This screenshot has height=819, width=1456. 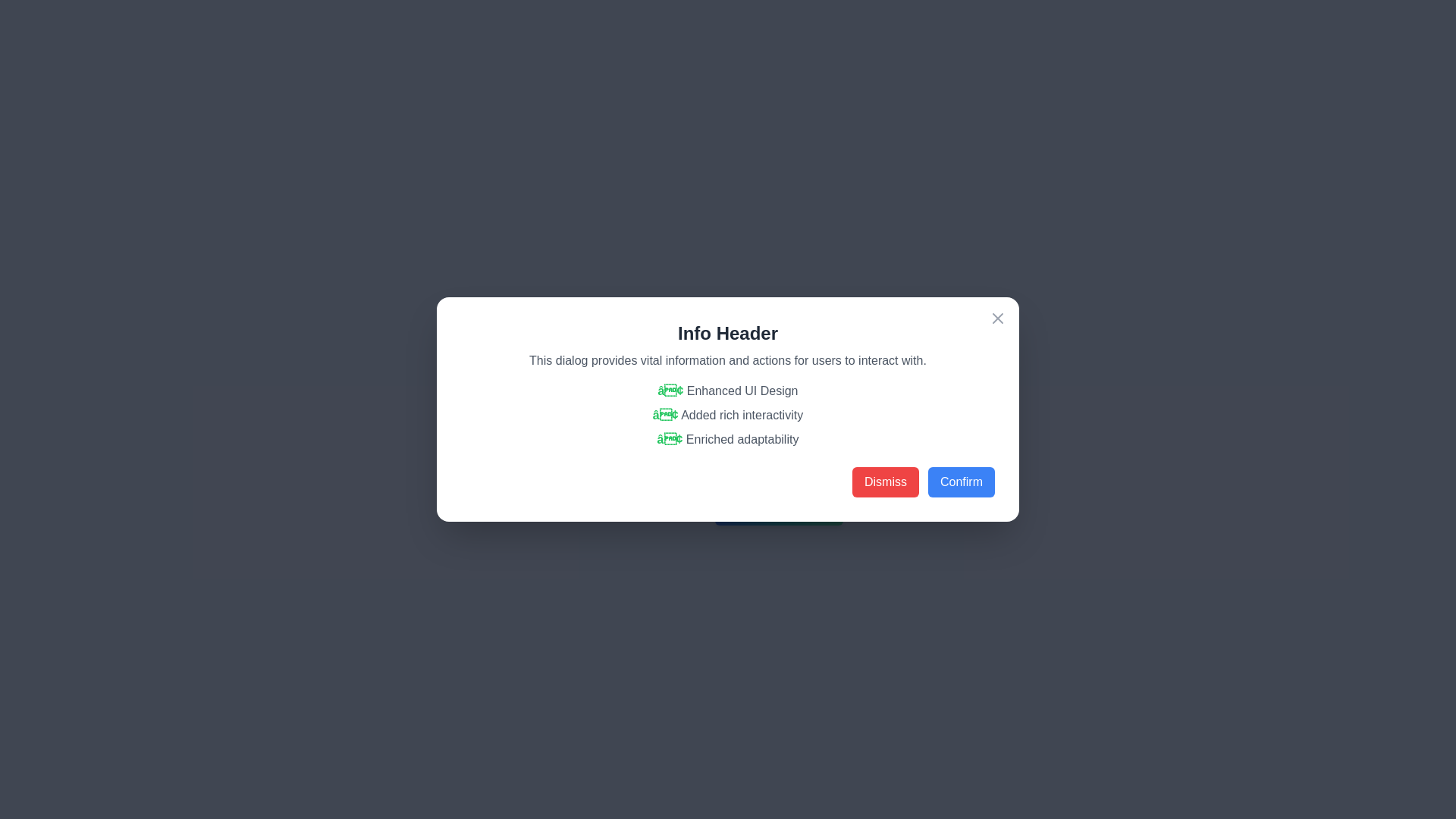 I want to click on styled bullet points list containing 'Enhanced UI Design,' 'Added rich interactivity,' and 'Enriched adaptability' located in the middle portion of the dialog box, so click(x=728, y=415).